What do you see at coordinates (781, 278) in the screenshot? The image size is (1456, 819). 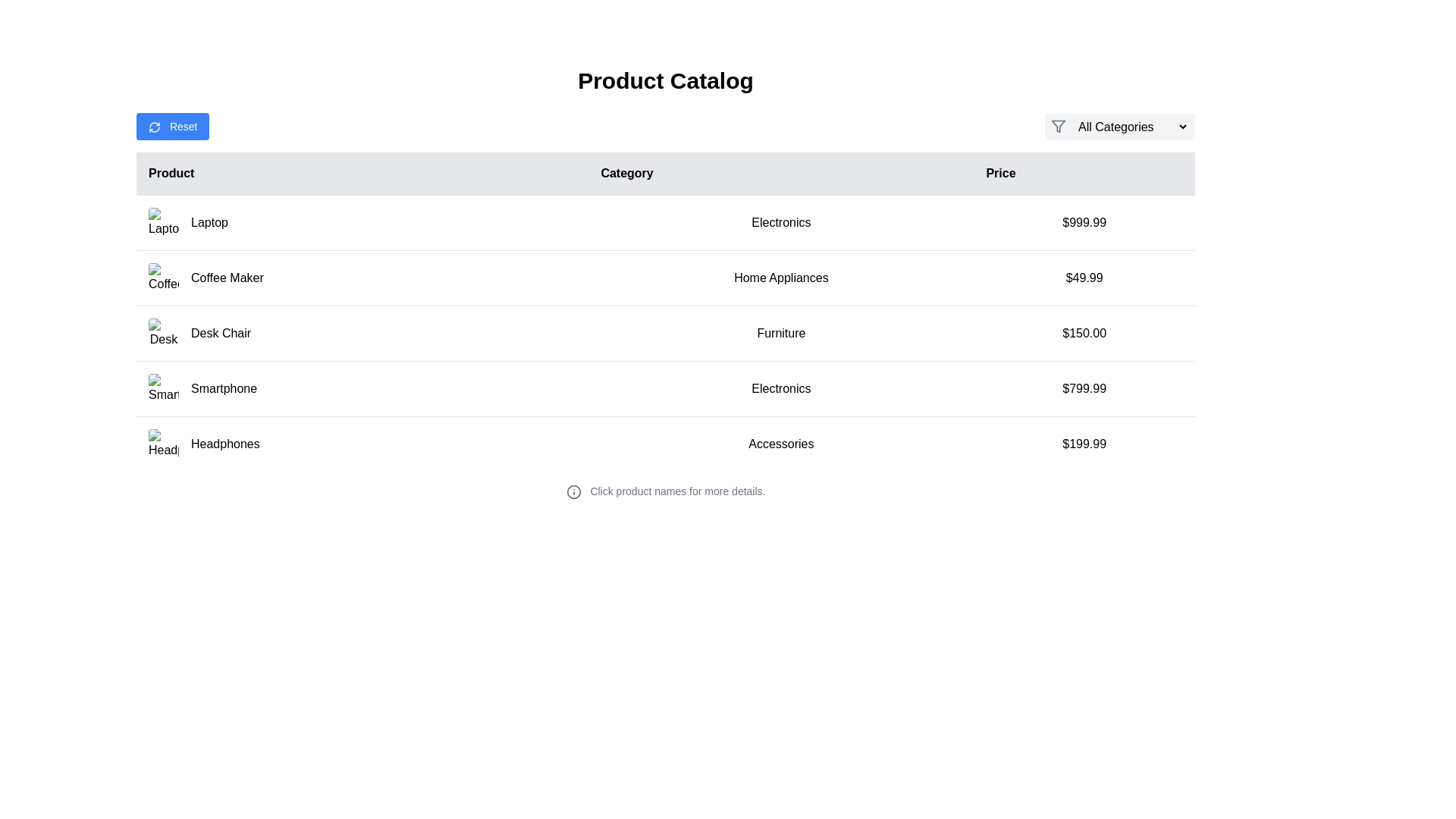 I see `the static text label that displays the product category in the second row of the table under the 'Category' header, located between 'Coffee Maker' and the price '$49.99'` at bounding box center [781, 278].